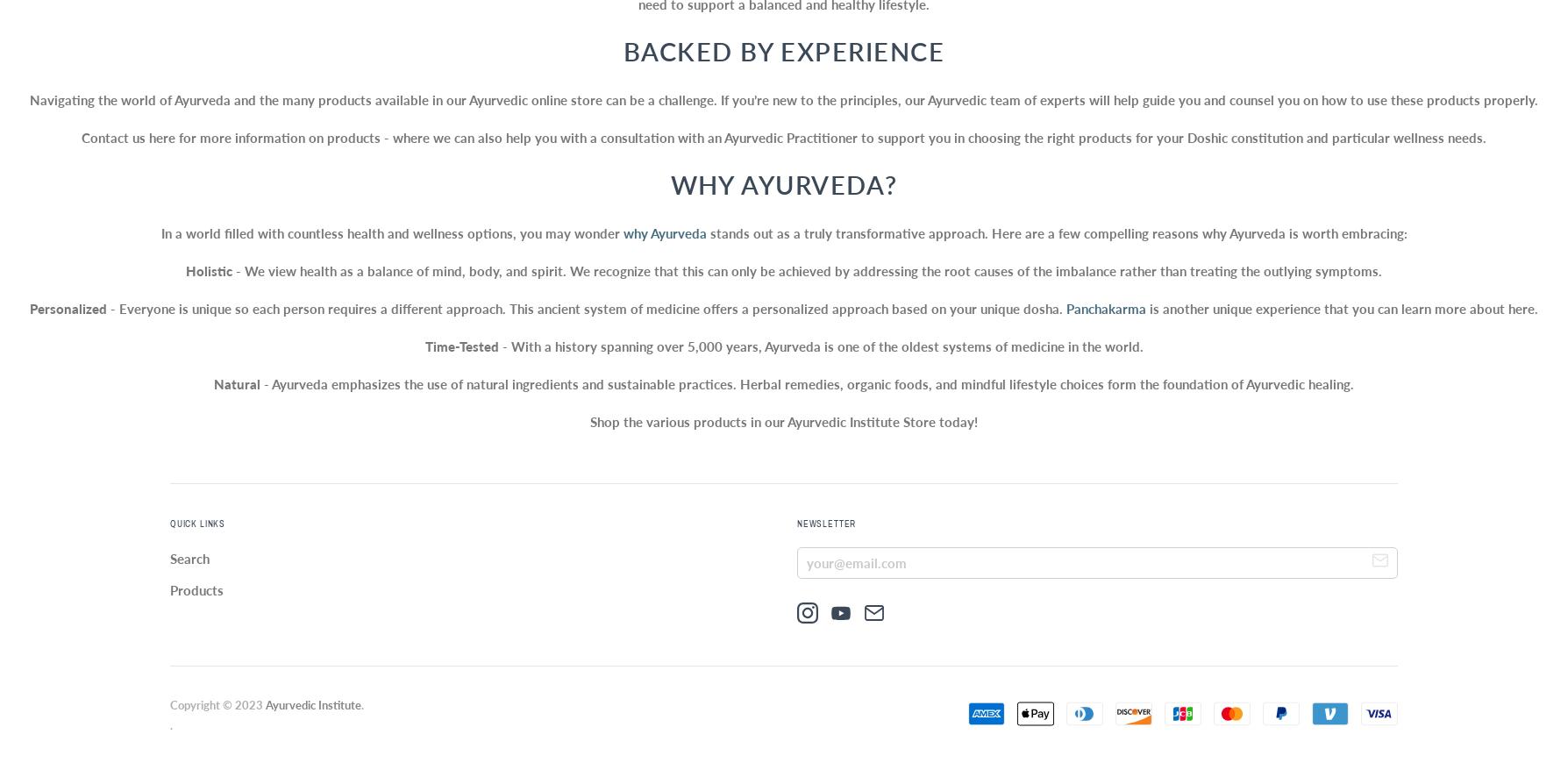  I want to click on '- Everyone is unique so each person requires a different approach. This ancient system of medicine offers a personalized approach based on your unique dosha.', so click(587, 308).